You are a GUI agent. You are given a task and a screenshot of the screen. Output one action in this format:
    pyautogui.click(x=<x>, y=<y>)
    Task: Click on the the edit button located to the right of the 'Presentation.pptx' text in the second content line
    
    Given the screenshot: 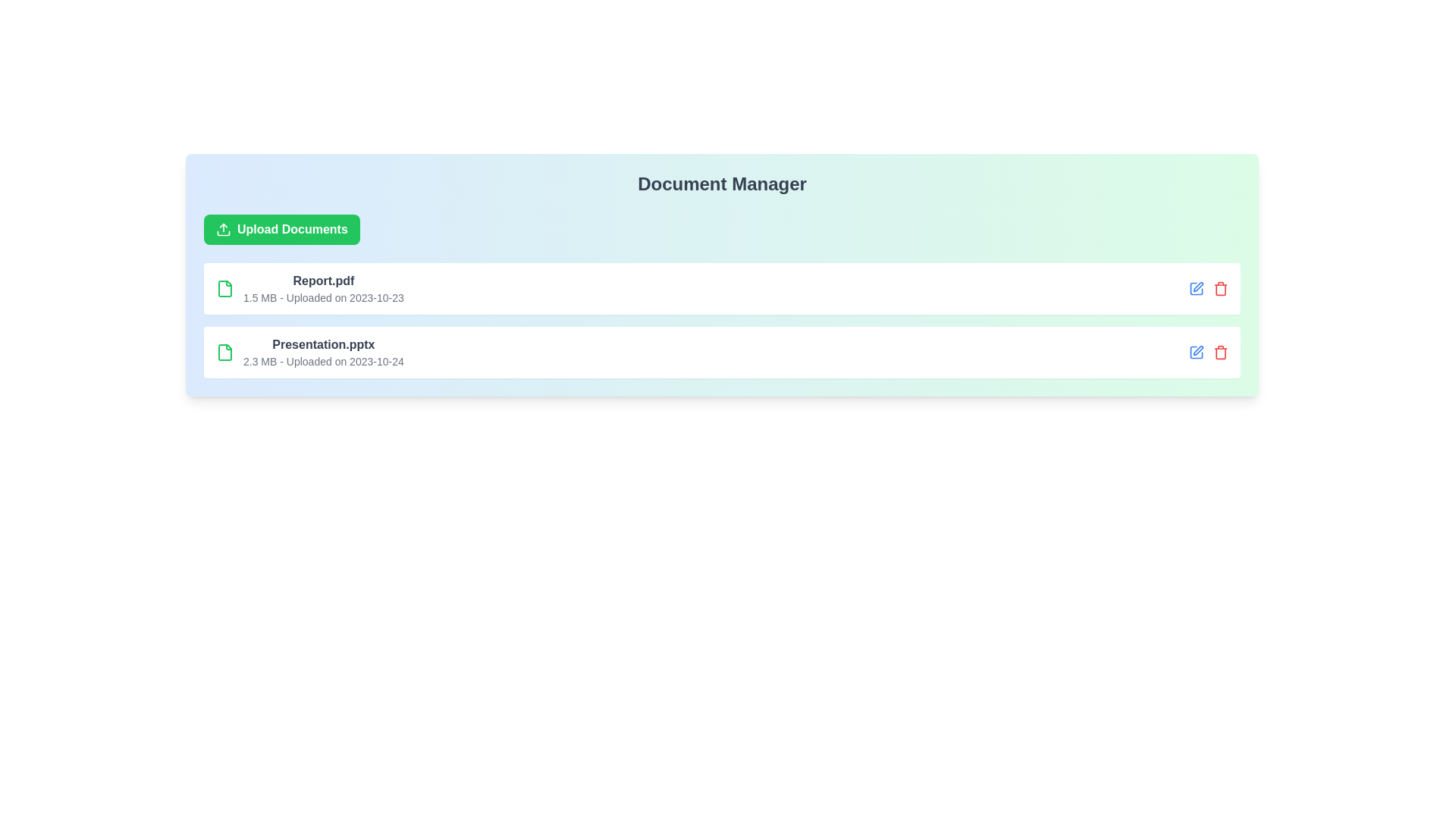 What is the action you would take?
    pyautogui.click(x=1196, y=353)
    